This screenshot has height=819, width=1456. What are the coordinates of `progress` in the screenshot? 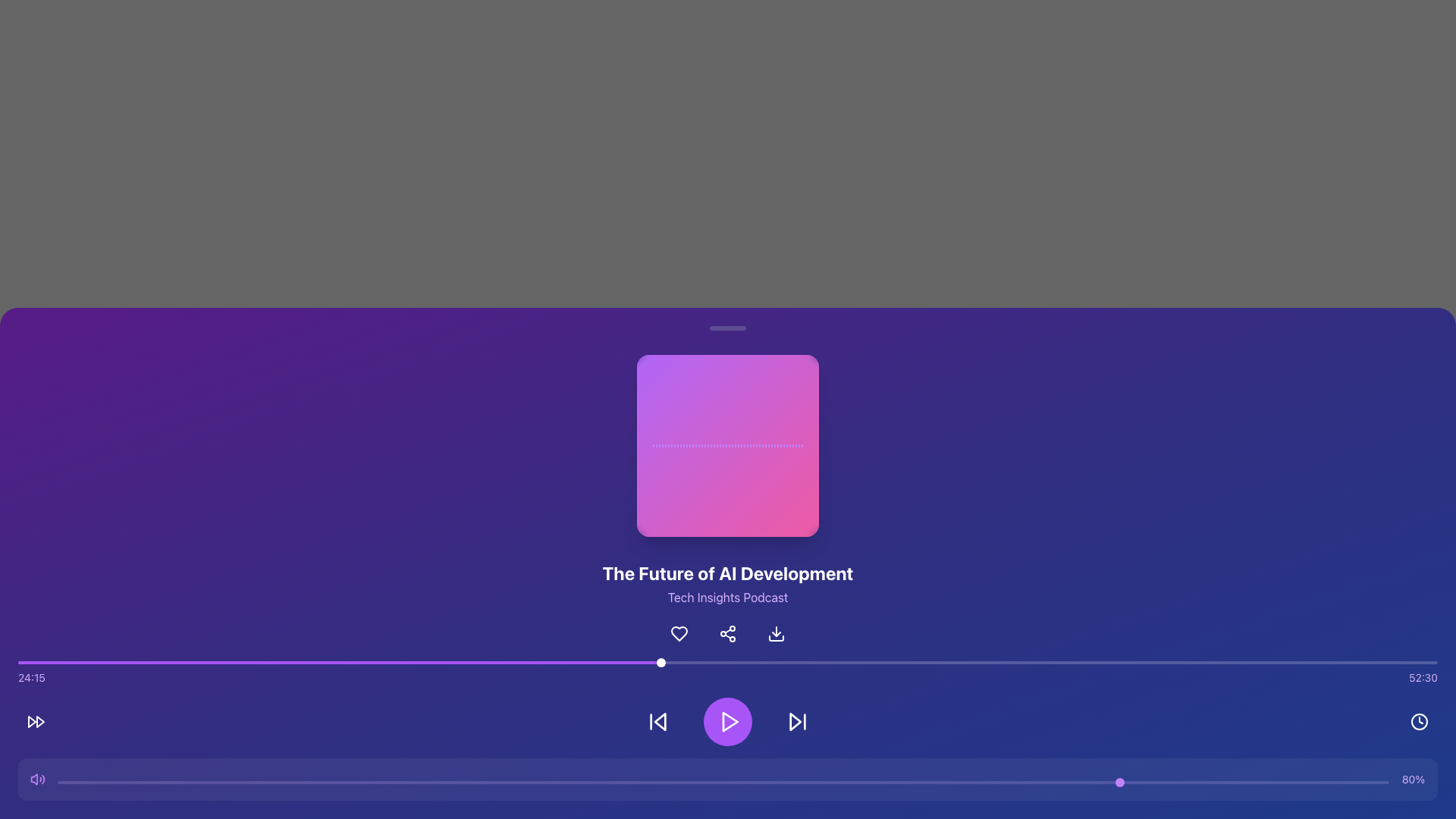 It's located at (500, 662).